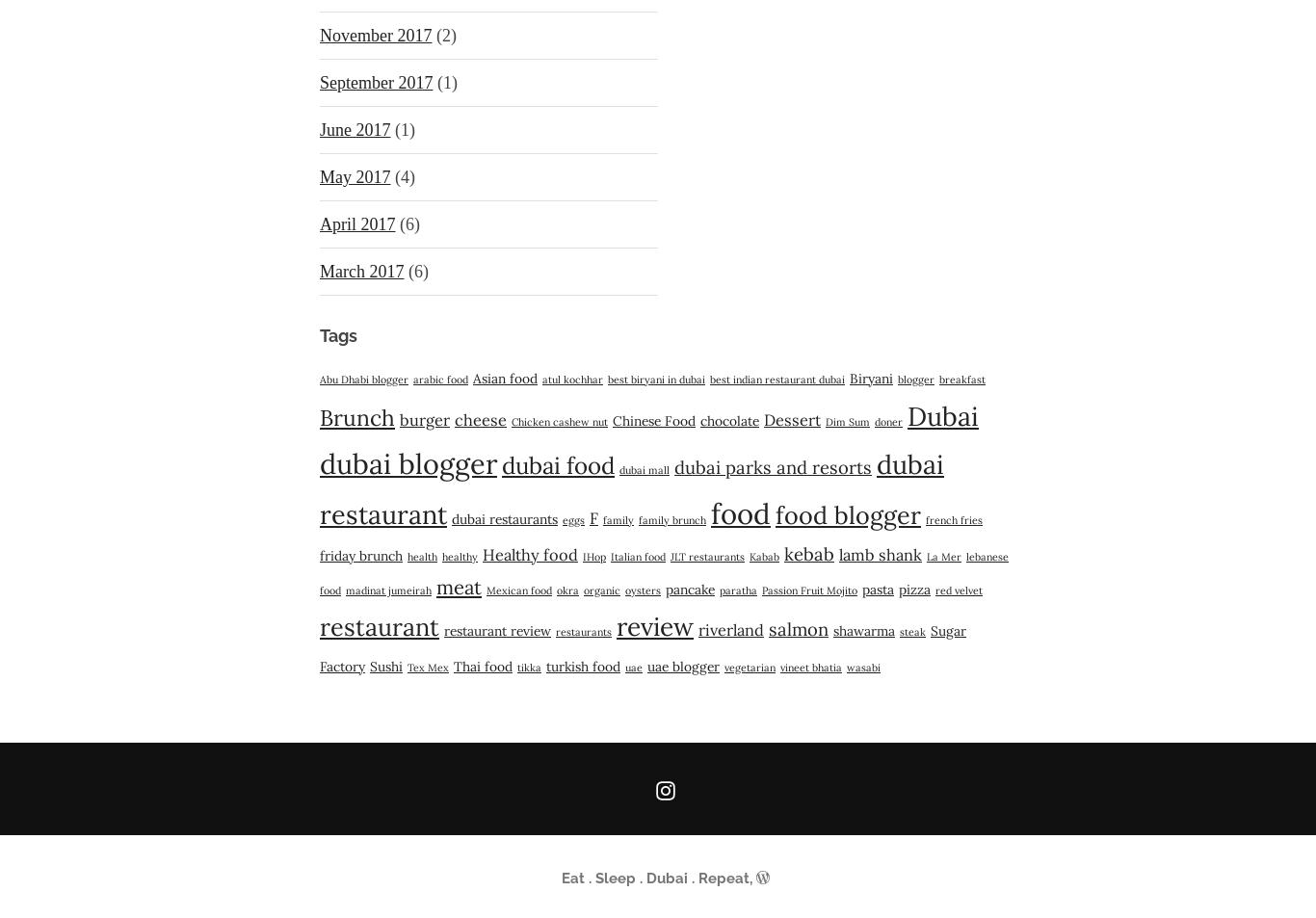 The image size is (1316, 918). What do you see at coordinates (741, 513) in the screenshot?
I see `'food'` at bounding box center [741, 513].